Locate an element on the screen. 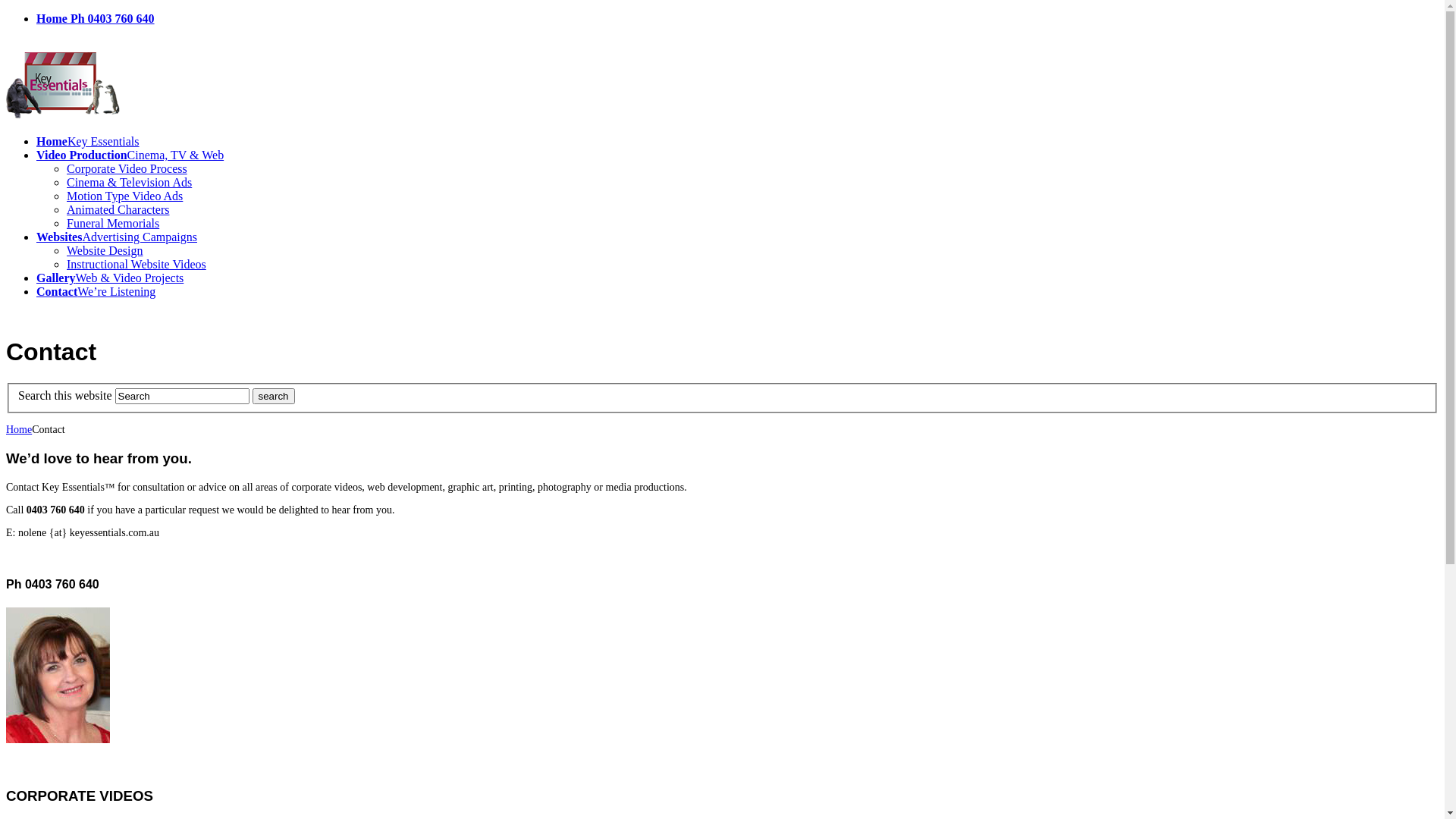 The height and width of the screenshot is (819, 1456). 'Instructional Website Videos' is located at coordinates (136, 263).